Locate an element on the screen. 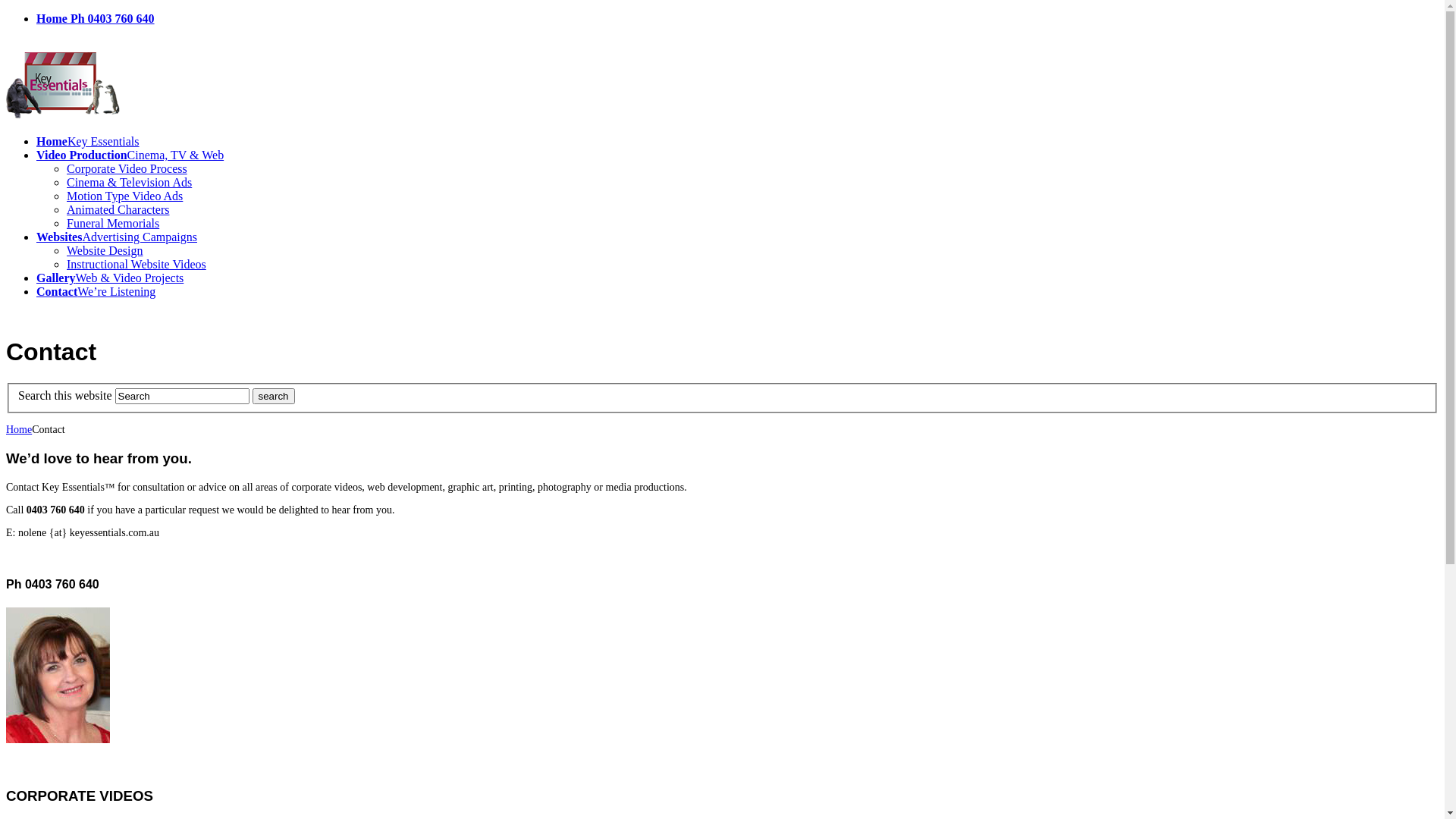 The height and width of the screenshot is (819, 1456). 'Instructional Website Videos' is located at coordinates (136, 263).